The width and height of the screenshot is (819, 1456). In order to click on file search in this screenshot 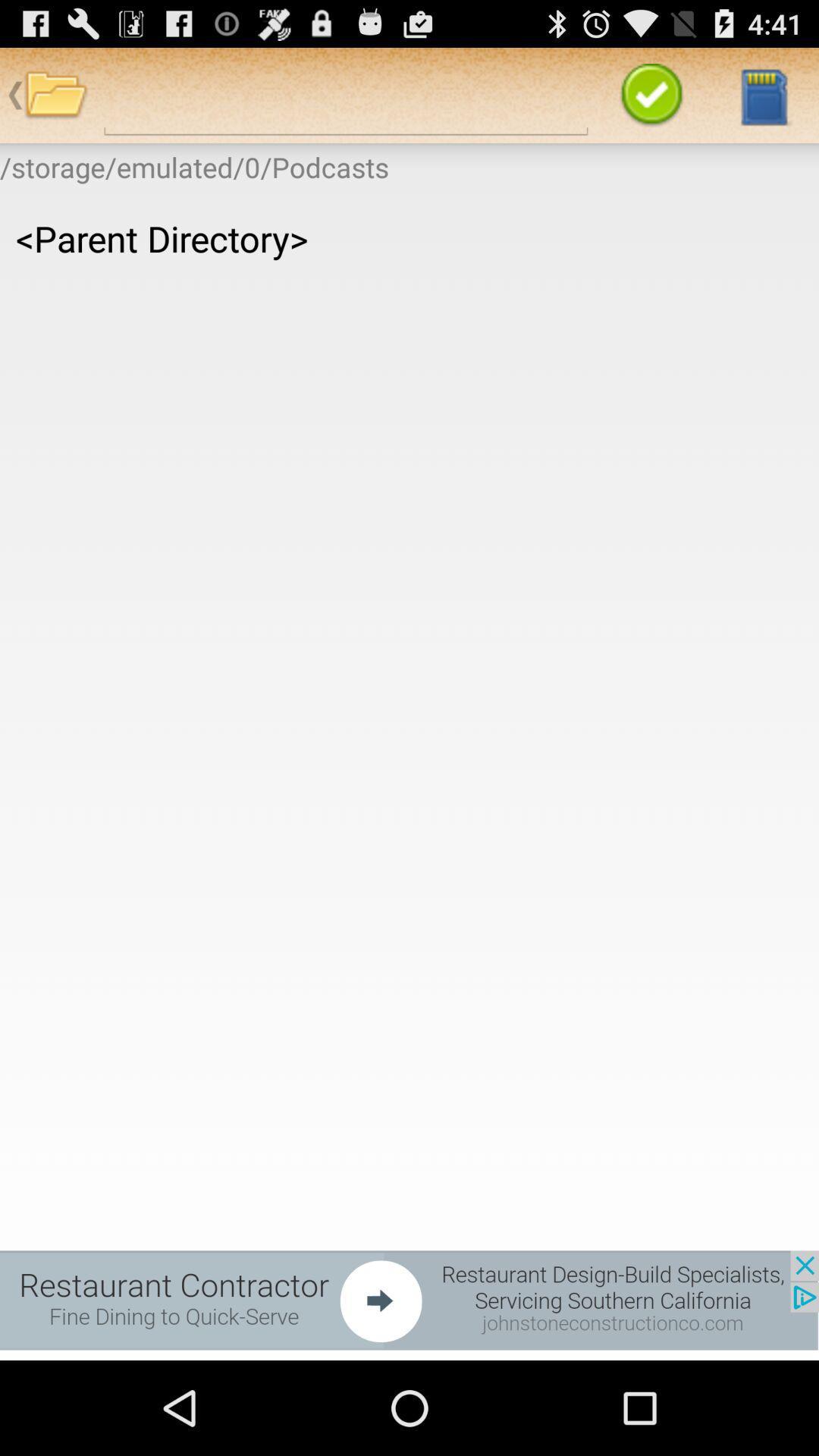, I will do `click(346, 94)`.